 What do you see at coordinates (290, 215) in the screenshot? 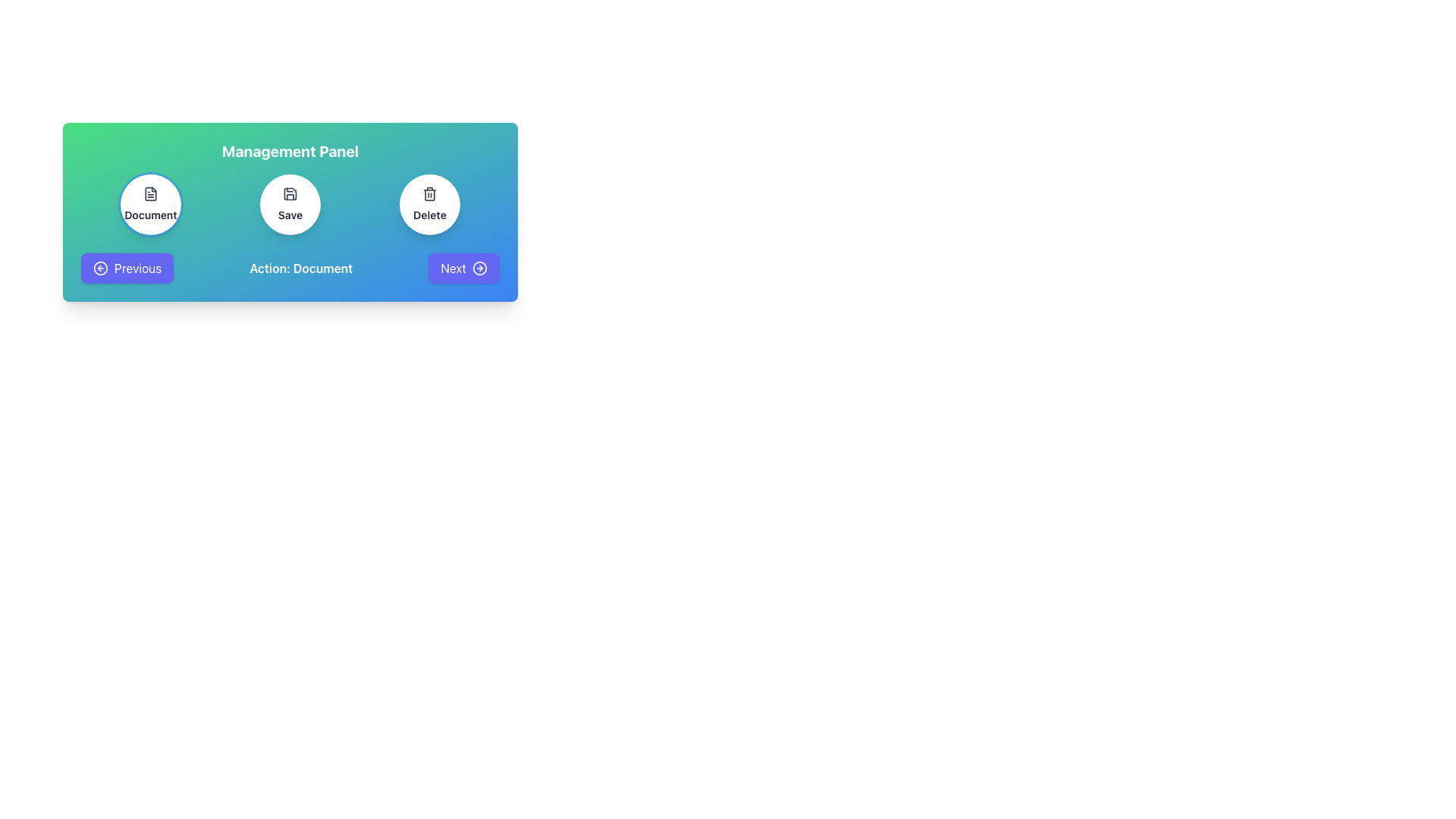
I see `the 'Save' text label, which is displayed in a bold, black font and located at the center-bottom of a circular button in the control panel` at bounding box center [290, 215].